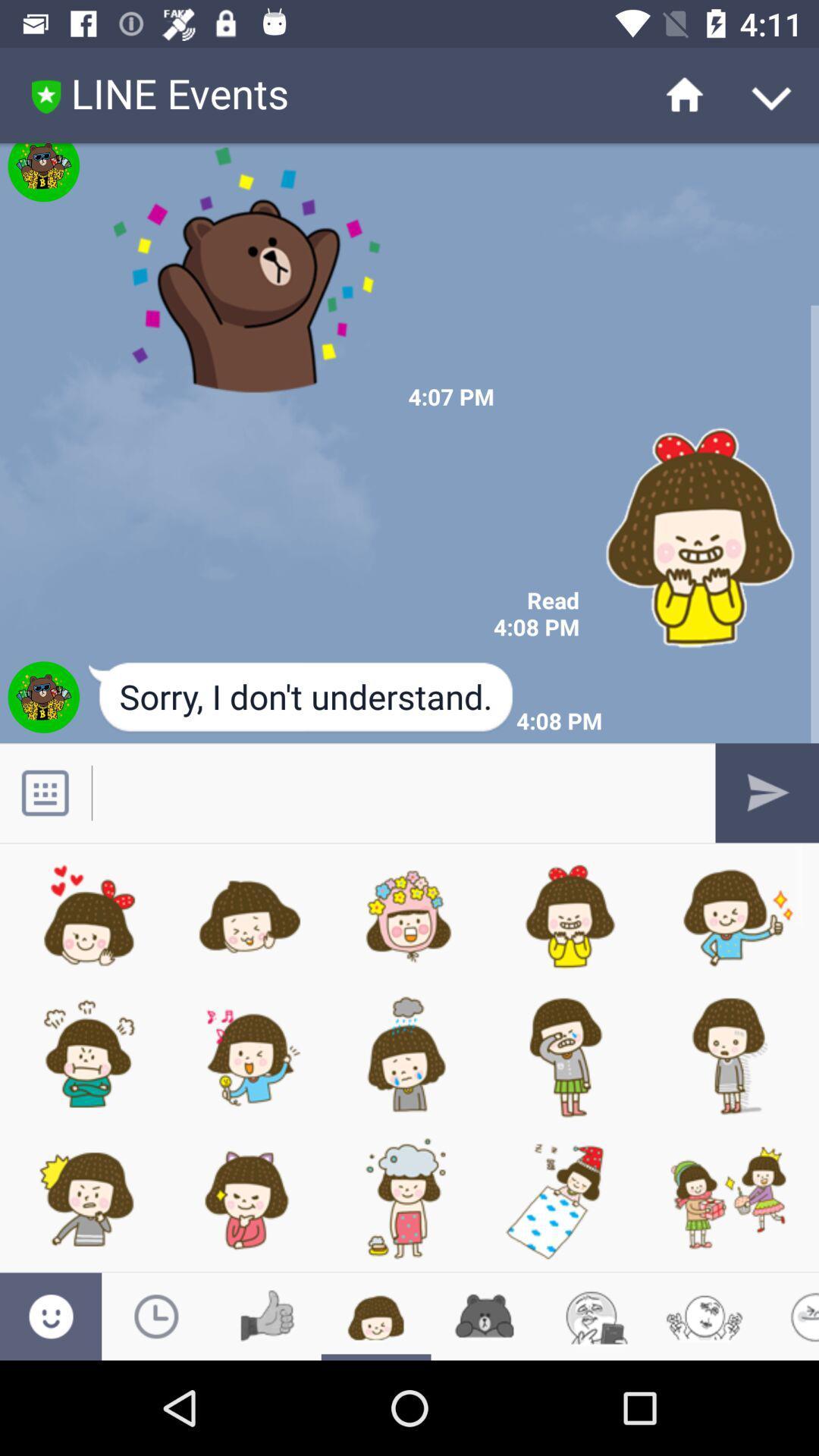 This screenshot has height=1456, width=819. I want to click on type your message, so click(393, 792).